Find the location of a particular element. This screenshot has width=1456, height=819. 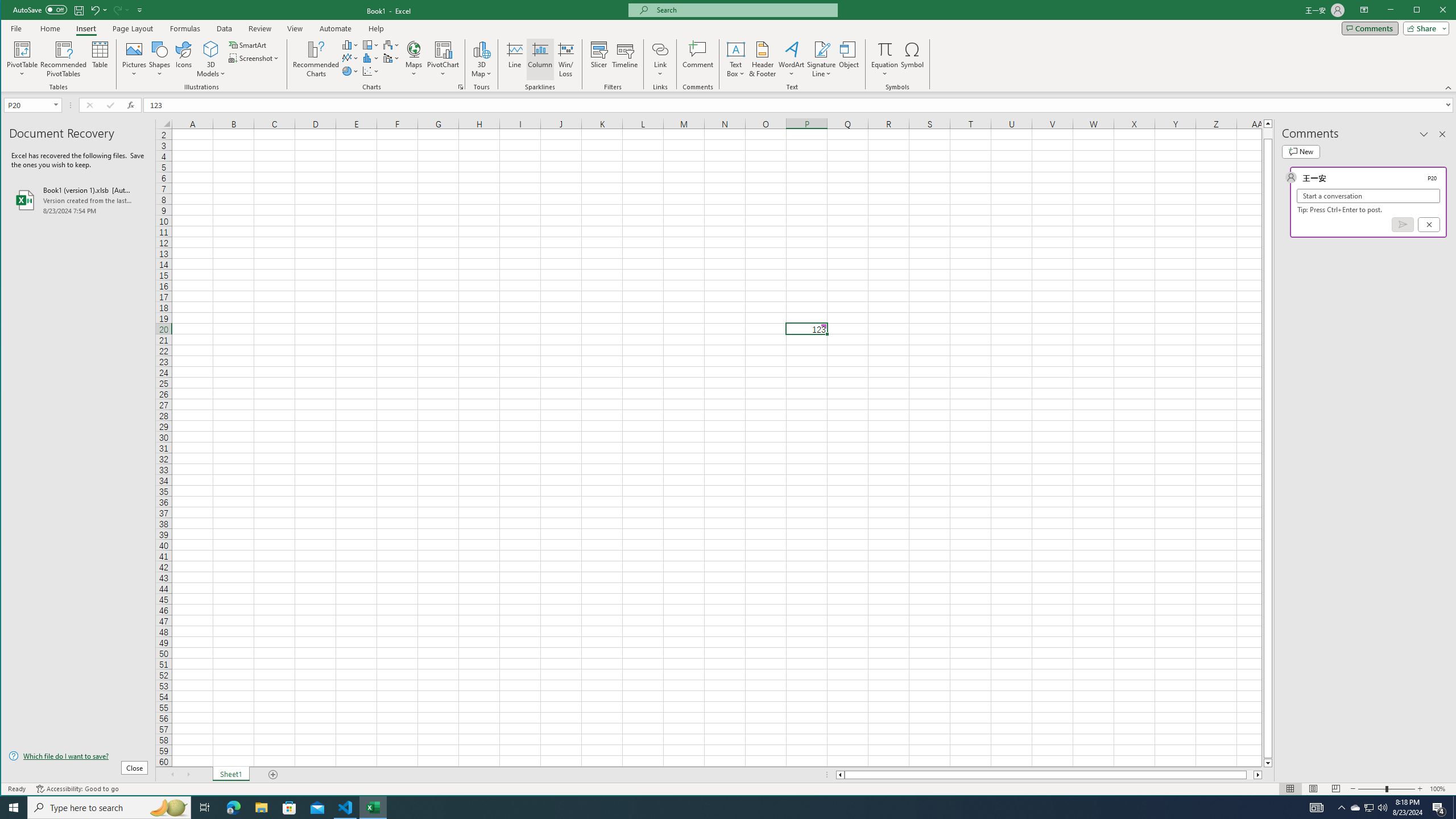

'Maps' is located at coordinates (413, 59).